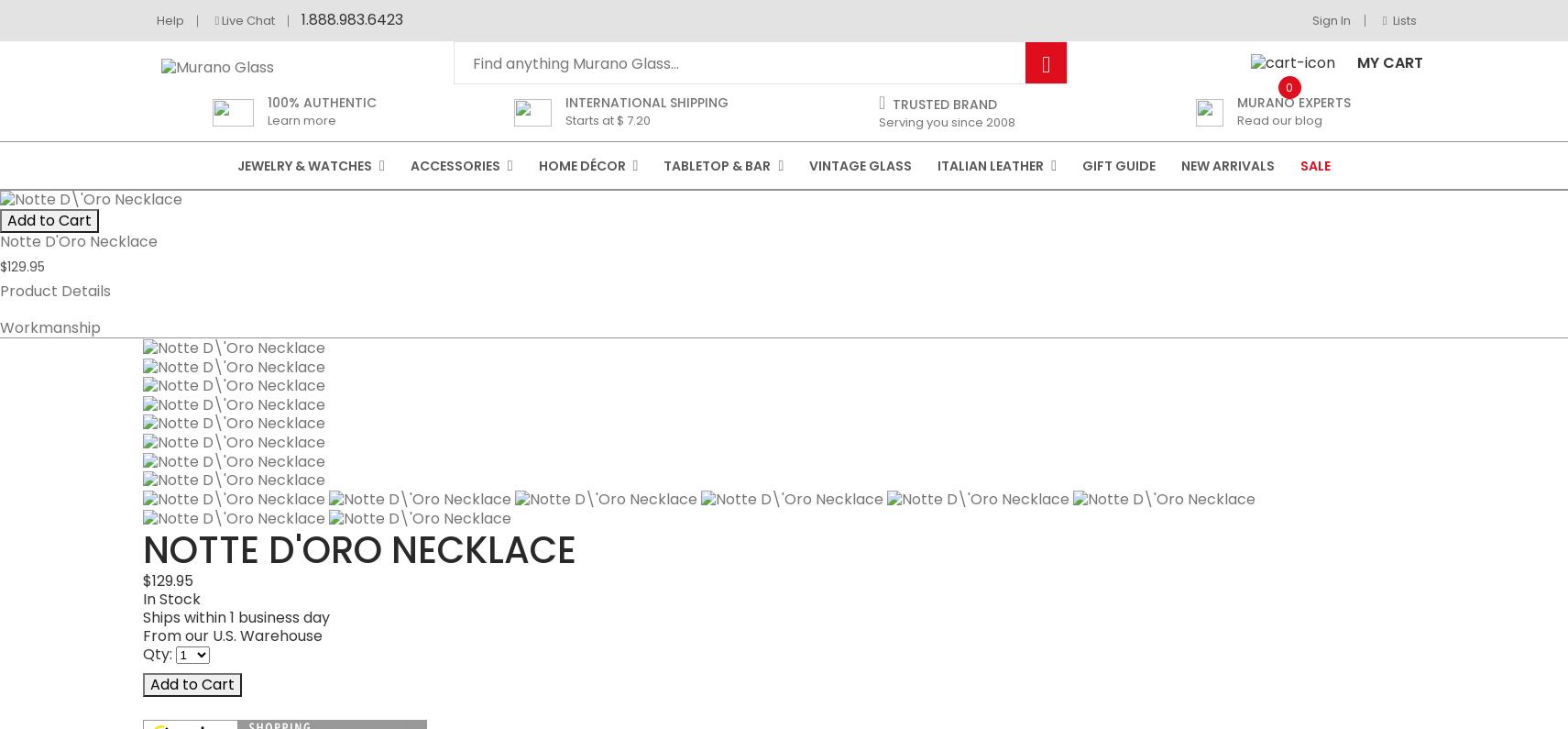 Image resolution: width=1568 pixels, height=729 pixels. What do you see at coordinates (148, 346) in the screenshot?
I see `'Add to Cart'` at bounding box center [148, 346].